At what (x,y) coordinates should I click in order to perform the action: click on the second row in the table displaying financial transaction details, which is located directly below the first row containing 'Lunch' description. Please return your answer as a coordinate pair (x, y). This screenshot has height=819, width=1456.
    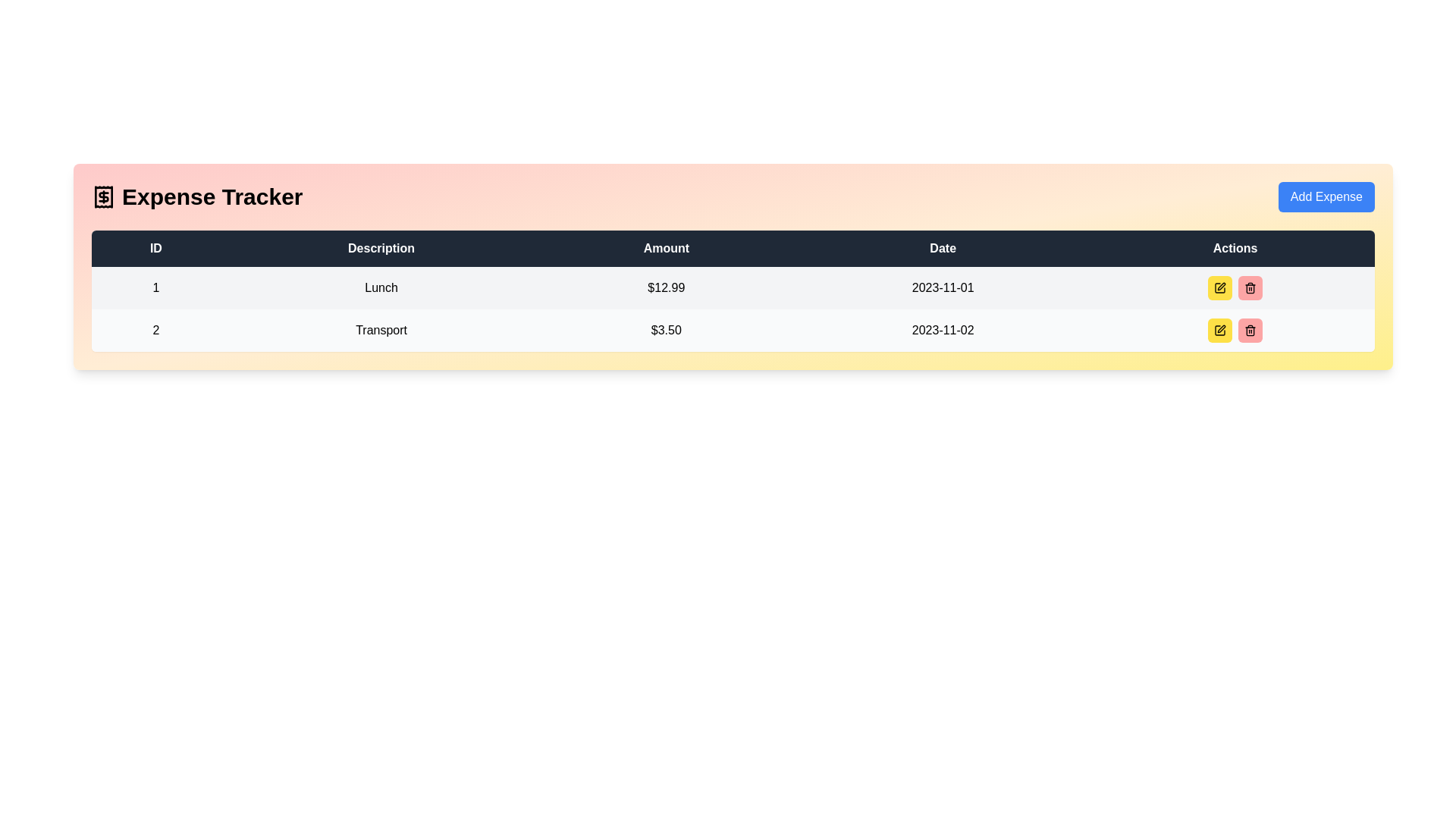
    Looking at the image, I should click on (733, 329).